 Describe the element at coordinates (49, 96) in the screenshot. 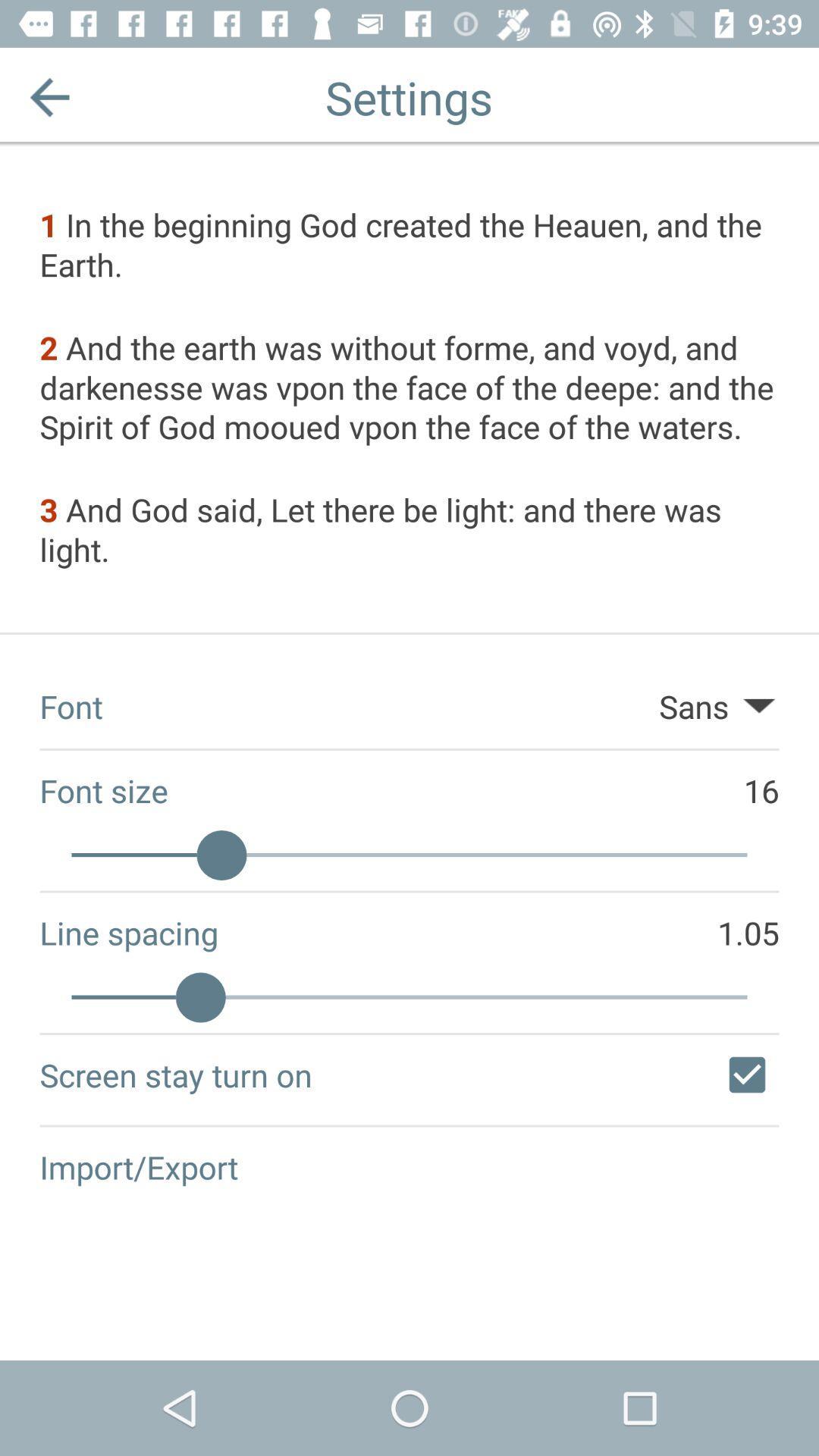

I see `the item at the top left corner` at that location.